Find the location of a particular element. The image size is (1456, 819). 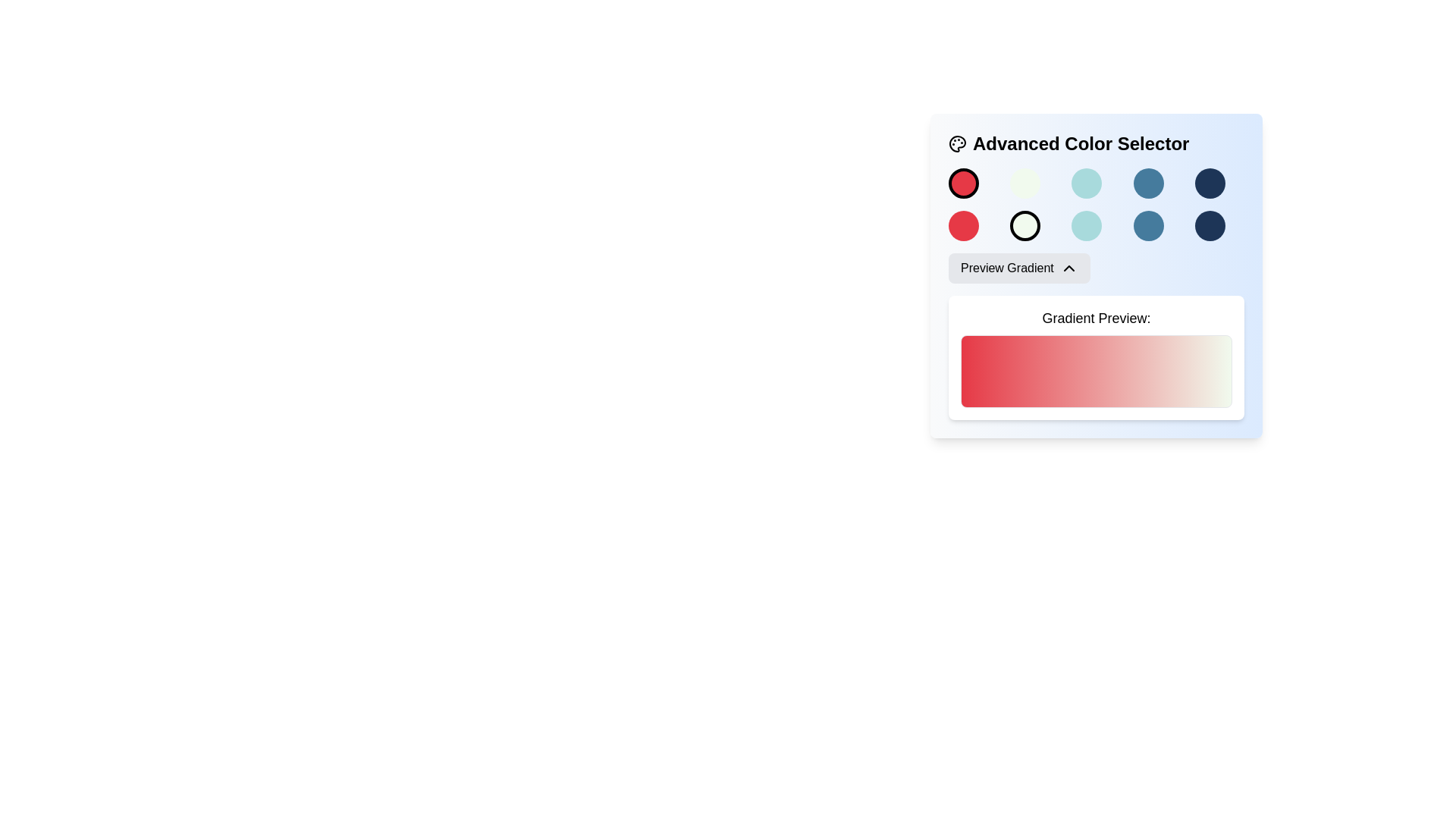

the Circular color selection button, which is the first element in the grid layout of the Advanced Color Selector panel is located at coordinates (963, 225).